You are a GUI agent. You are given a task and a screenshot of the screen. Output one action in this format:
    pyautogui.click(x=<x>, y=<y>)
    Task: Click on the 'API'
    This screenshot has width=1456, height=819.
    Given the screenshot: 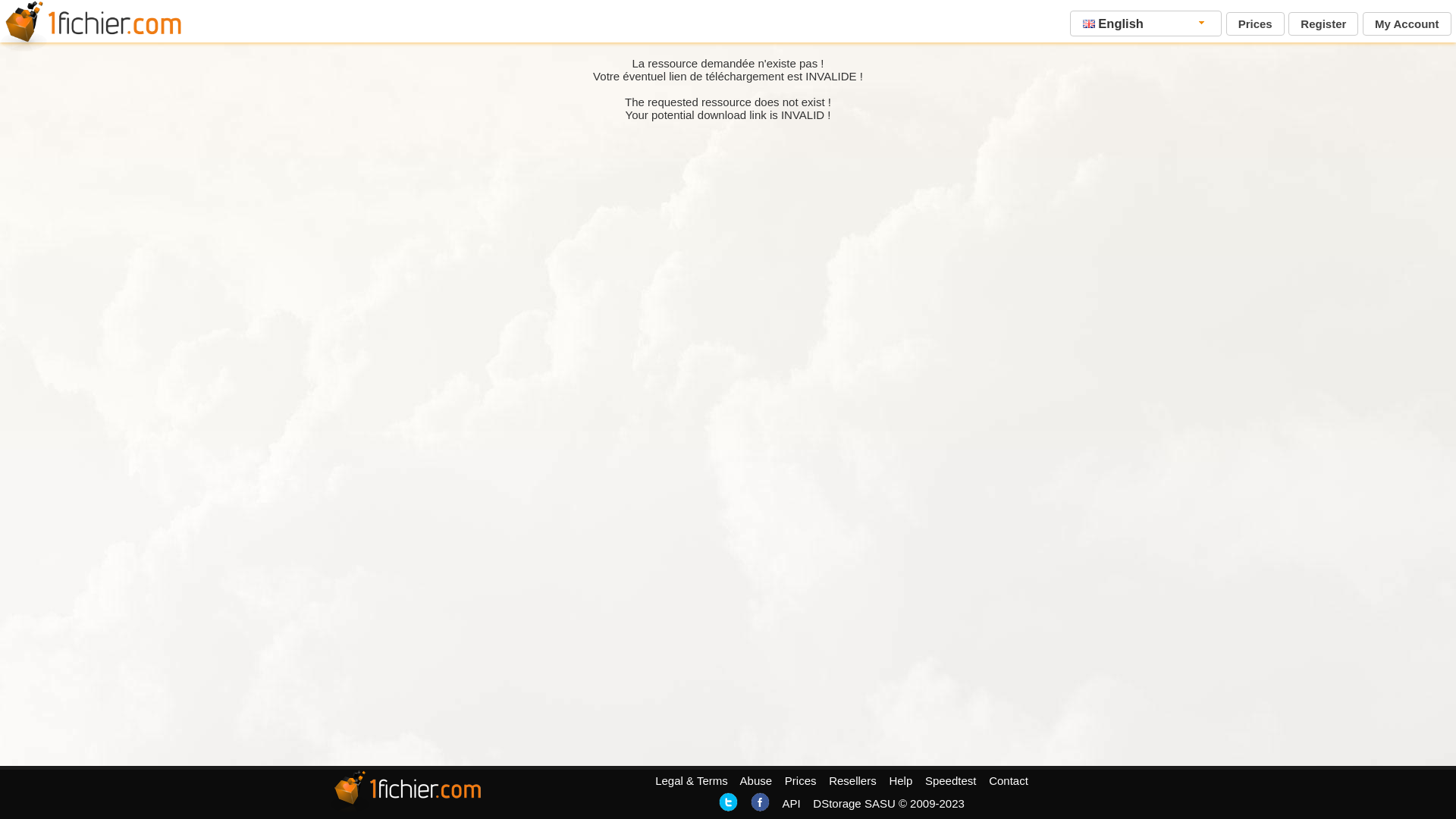 What is the action you would take?
    pyautogui.click(x=782, y=802)
    